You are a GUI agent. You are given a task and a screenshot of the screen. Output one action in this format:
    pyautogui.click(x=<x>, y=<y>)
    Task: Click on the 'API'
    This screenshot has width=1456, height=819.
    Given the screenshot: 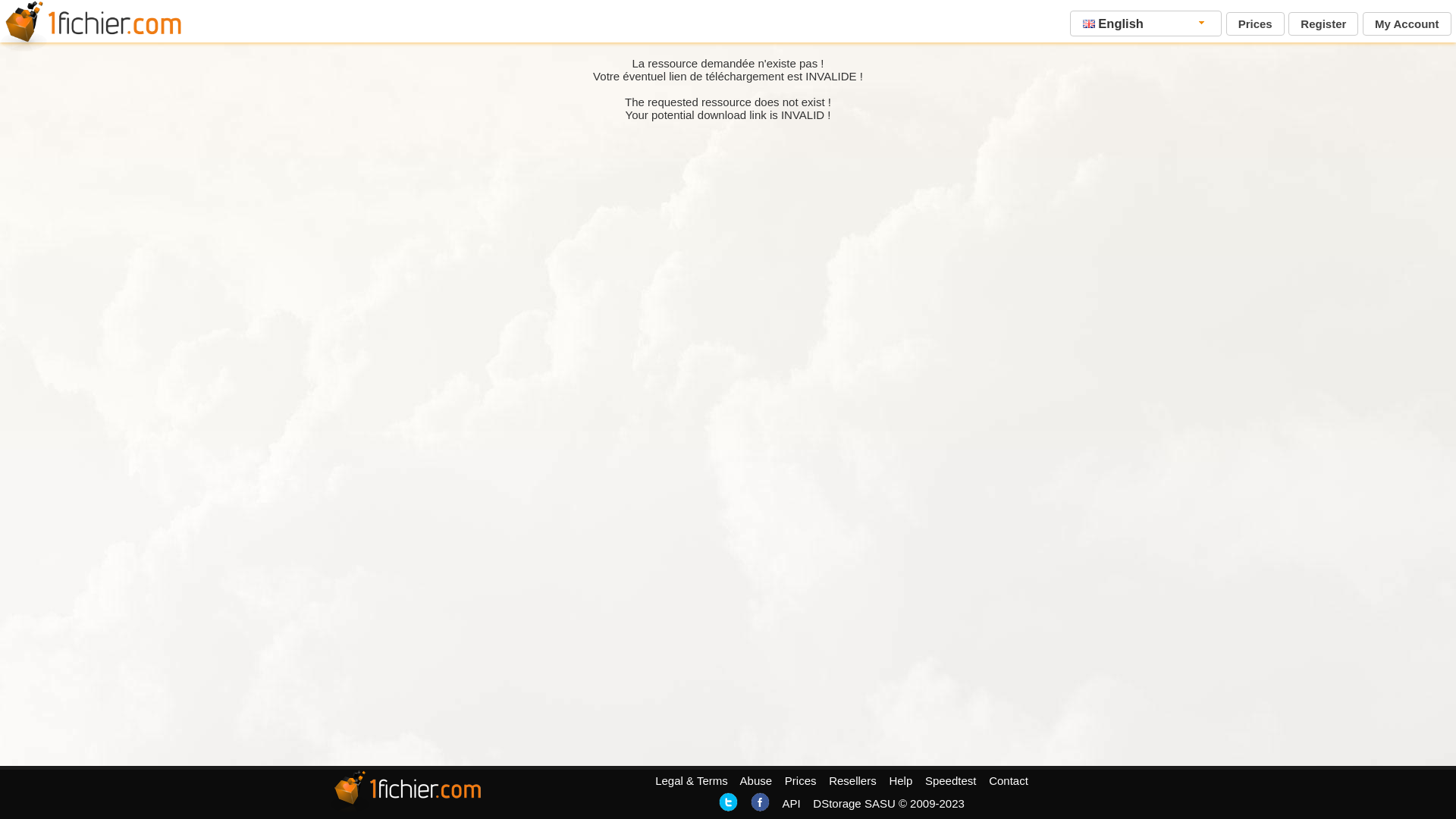 What is the action you would take?
    pyautogui.click(x=782, y=802)
    